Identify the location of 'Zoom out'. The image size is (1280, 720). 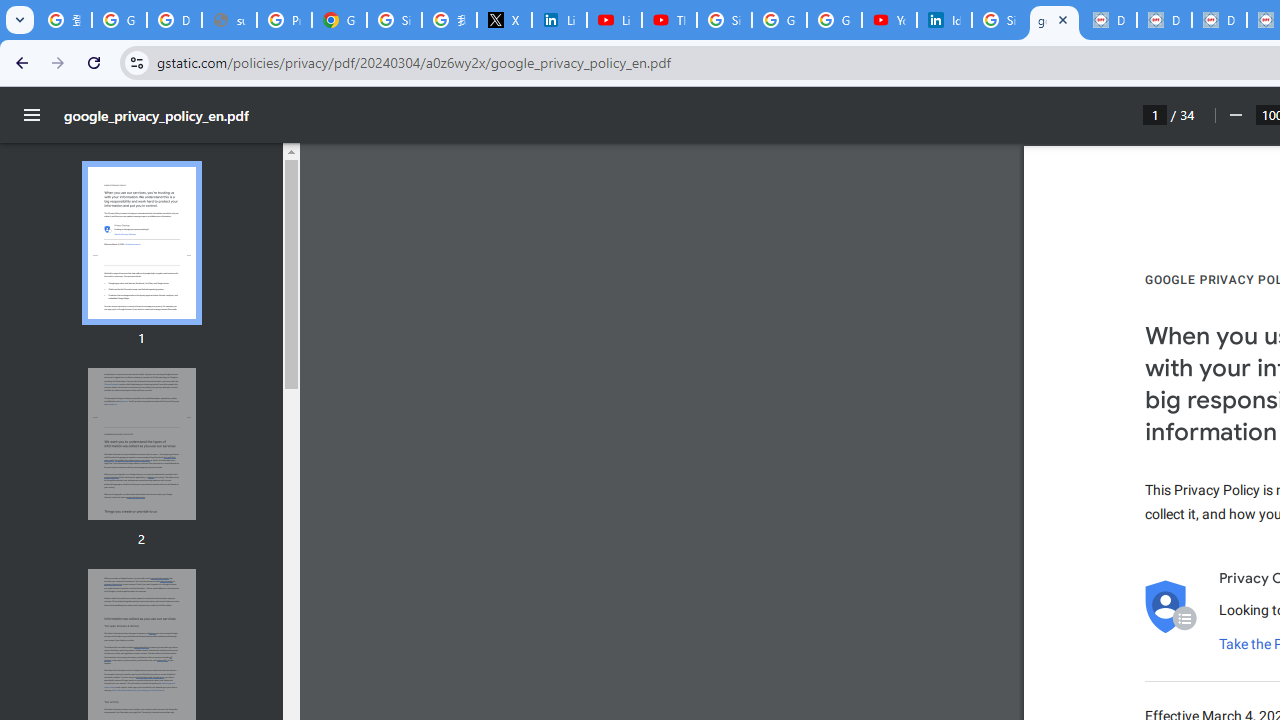
(1234, 115).